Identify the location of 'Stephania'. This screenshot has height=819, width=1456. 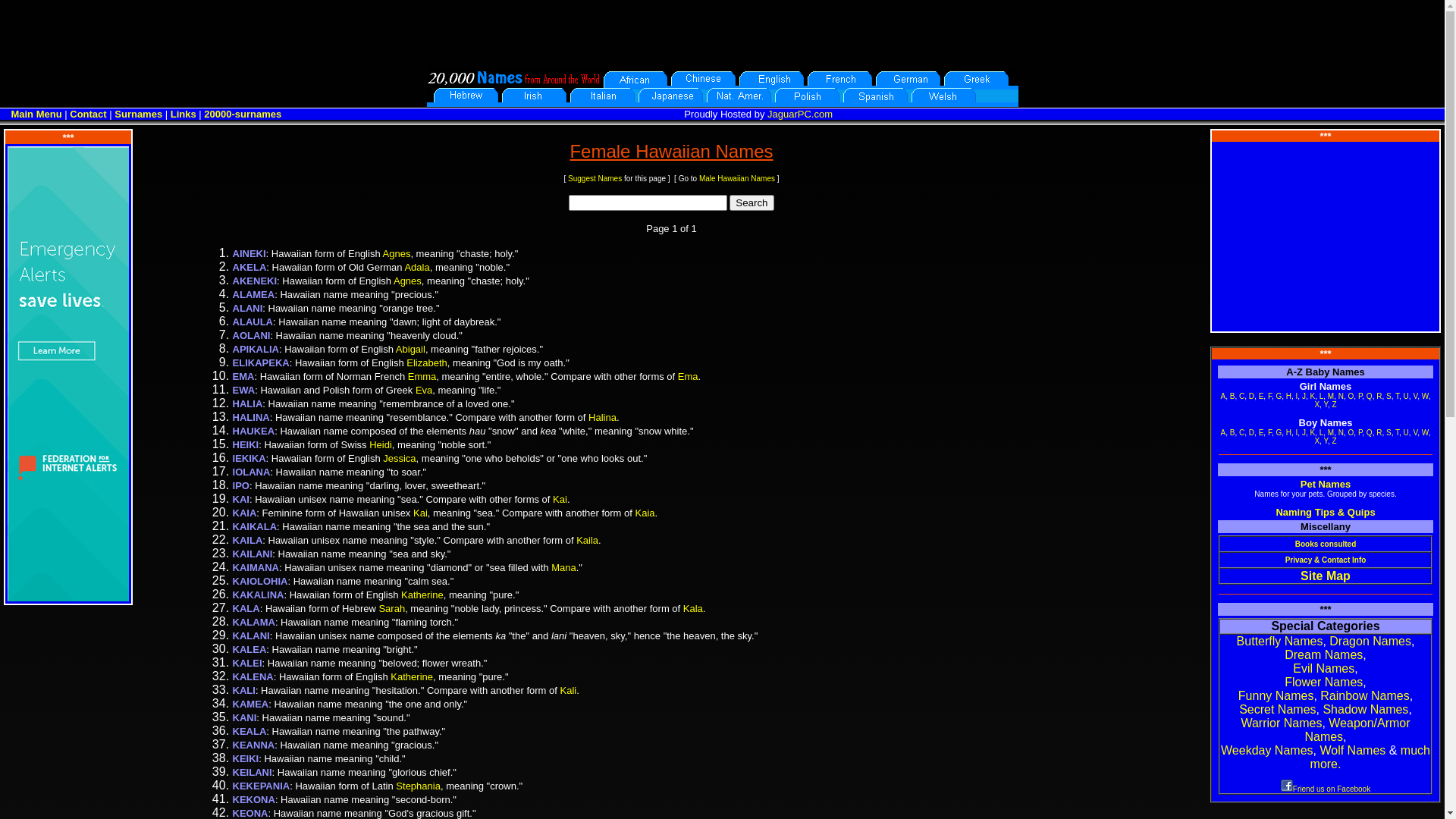
(396, 785).